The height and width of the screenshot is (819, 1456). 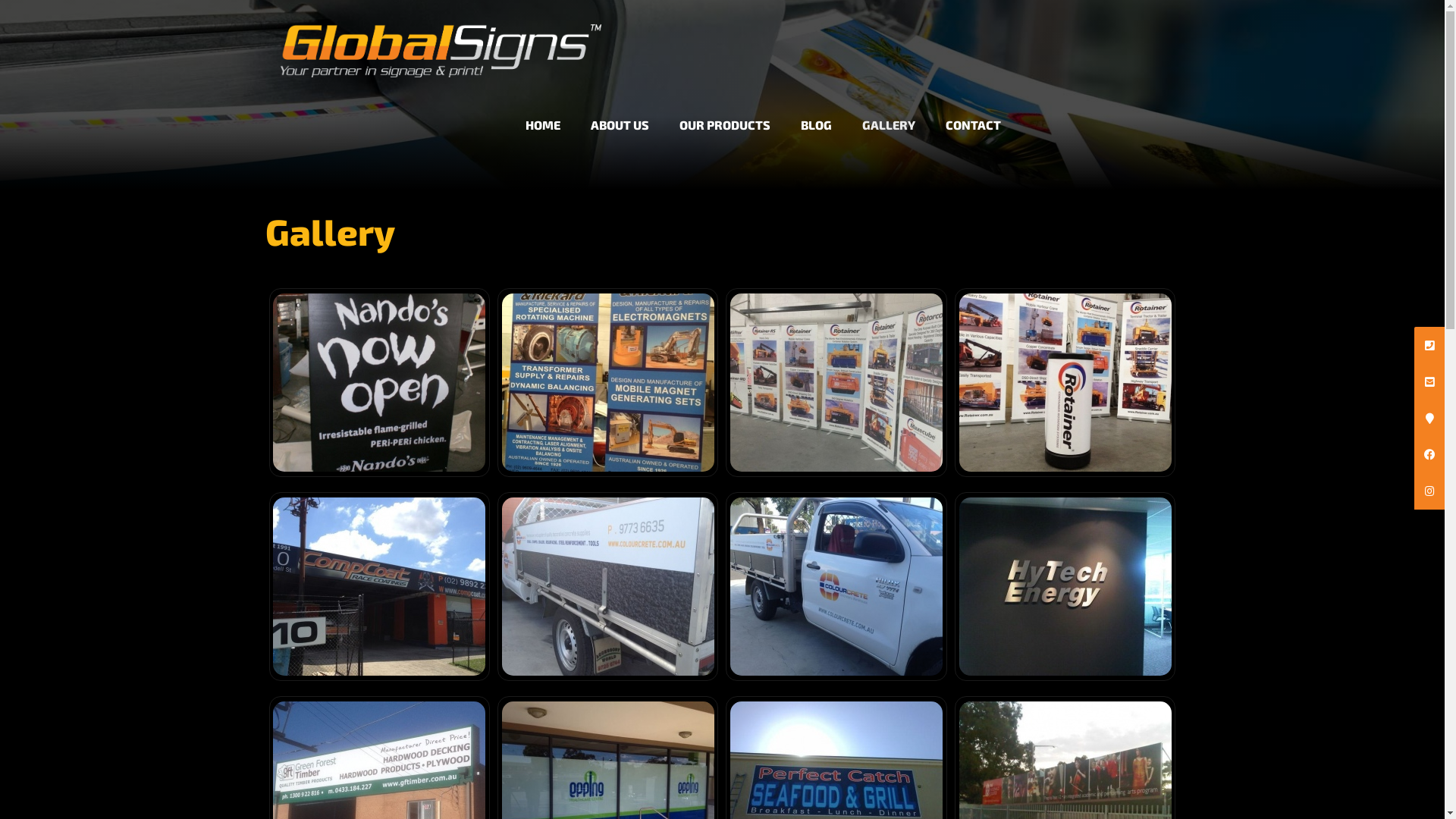 I want to click on 'Global Signs', so click(x=440, y=37).